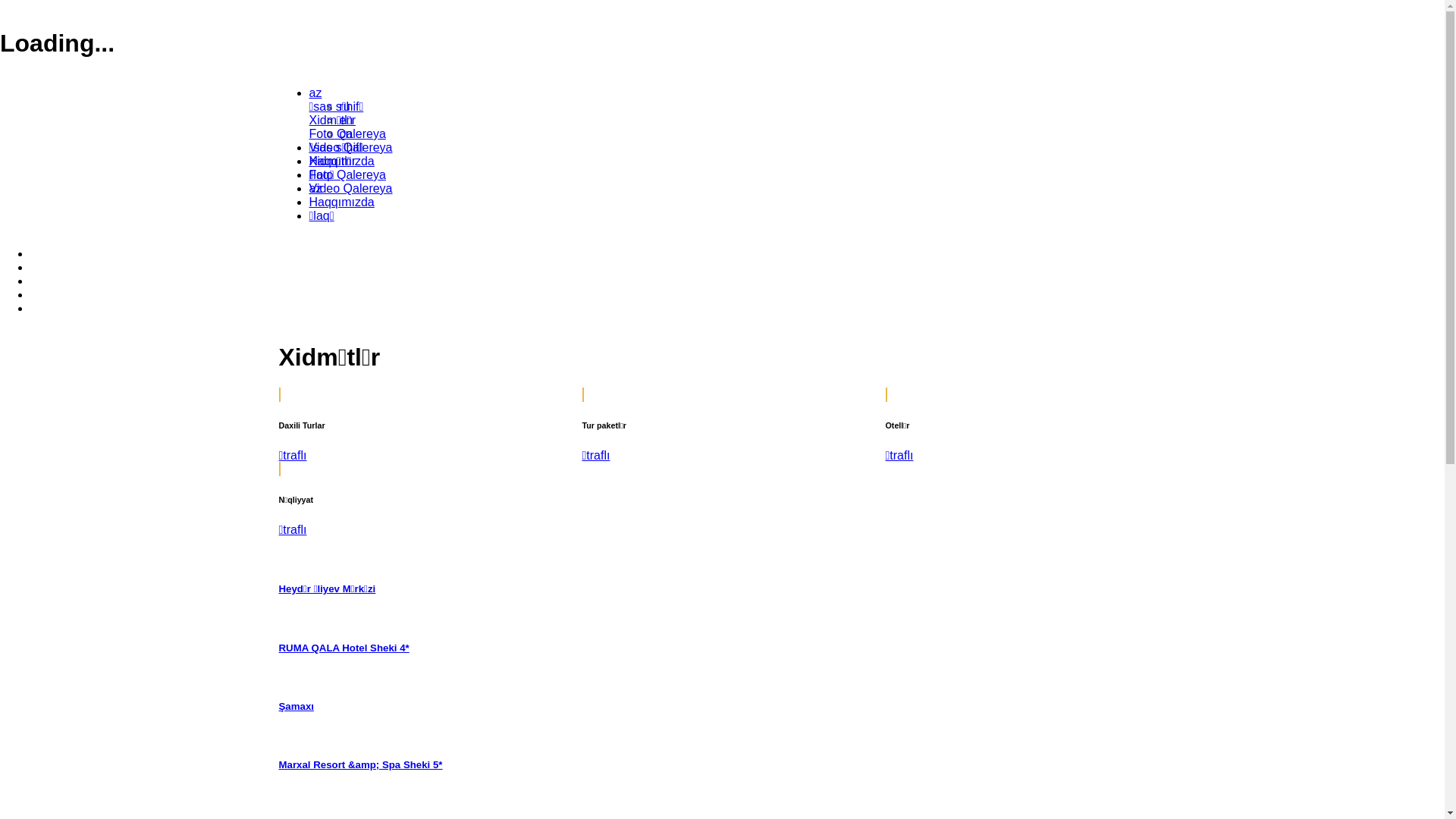 This screenshot has width=1456, height=819. I want to click on 'RUMA QALA Hotel Sheki 4*', so click(344, 648).